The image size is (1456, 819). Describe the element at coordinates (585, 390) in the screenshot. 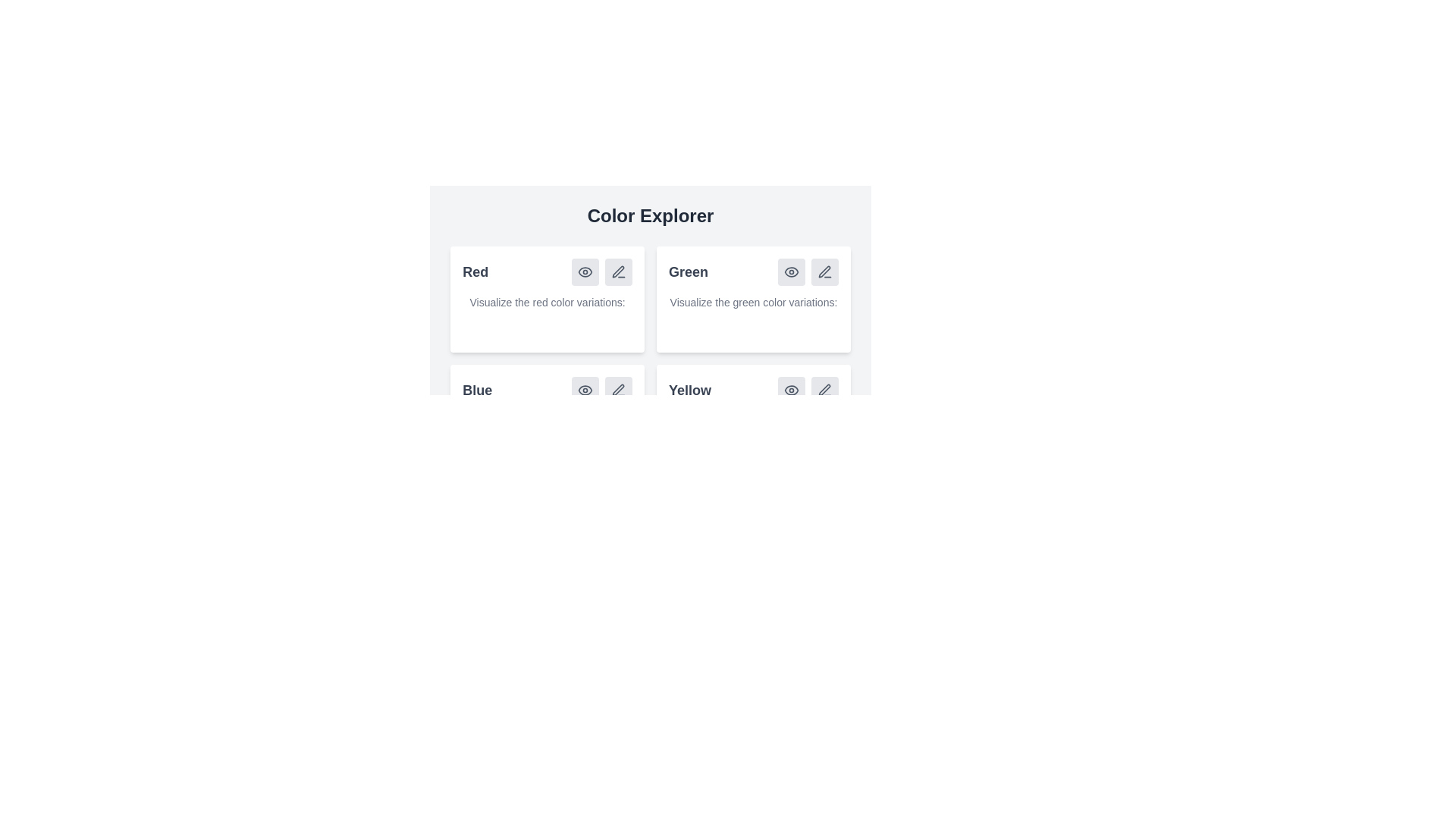

I see `the eye-shaped icon in the 'Color Explorer' interface` at that location.